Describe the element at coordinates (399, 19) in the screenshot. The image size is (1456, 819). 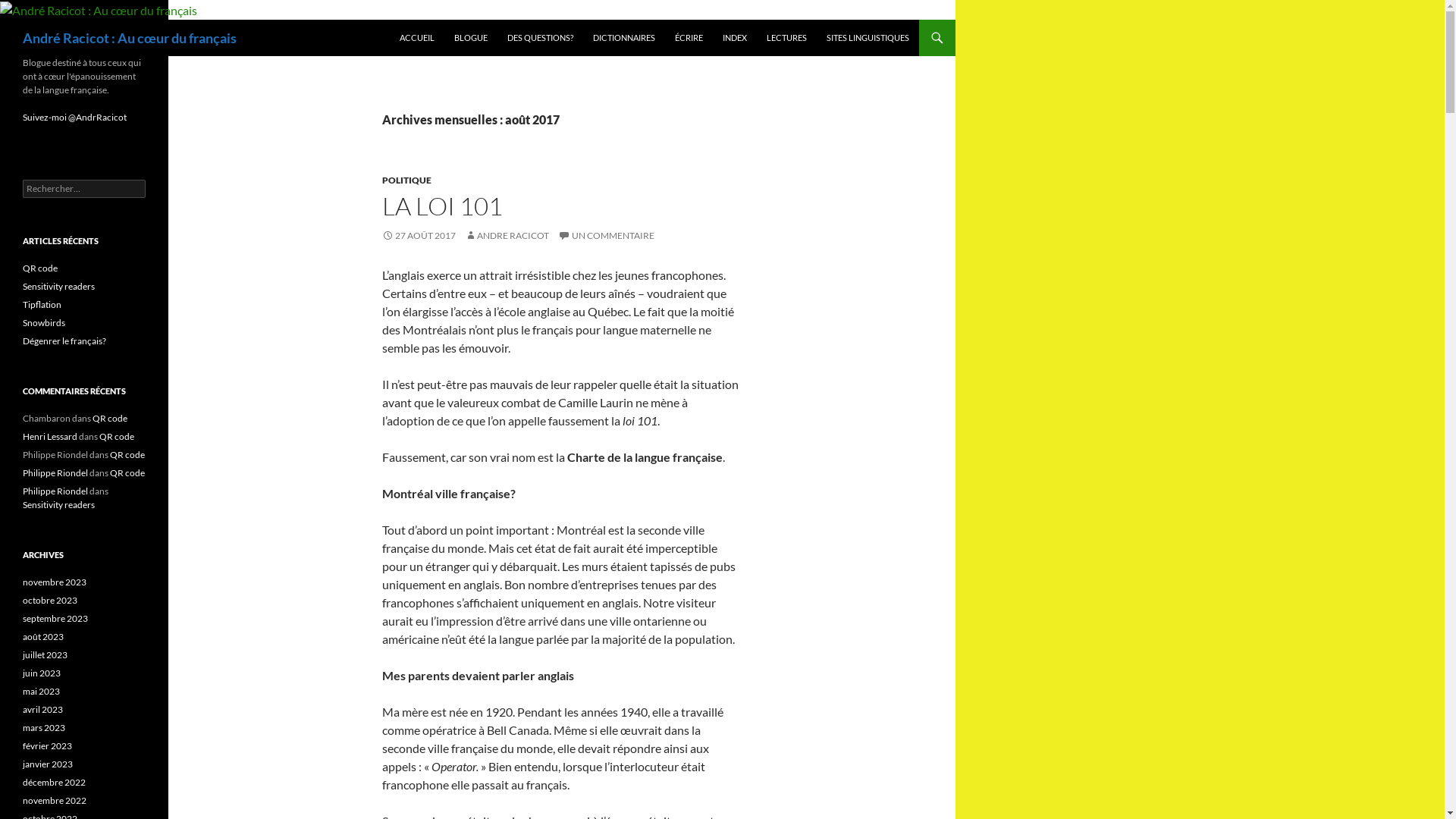
I see `'ALLER AU CONTENU'` at that location.